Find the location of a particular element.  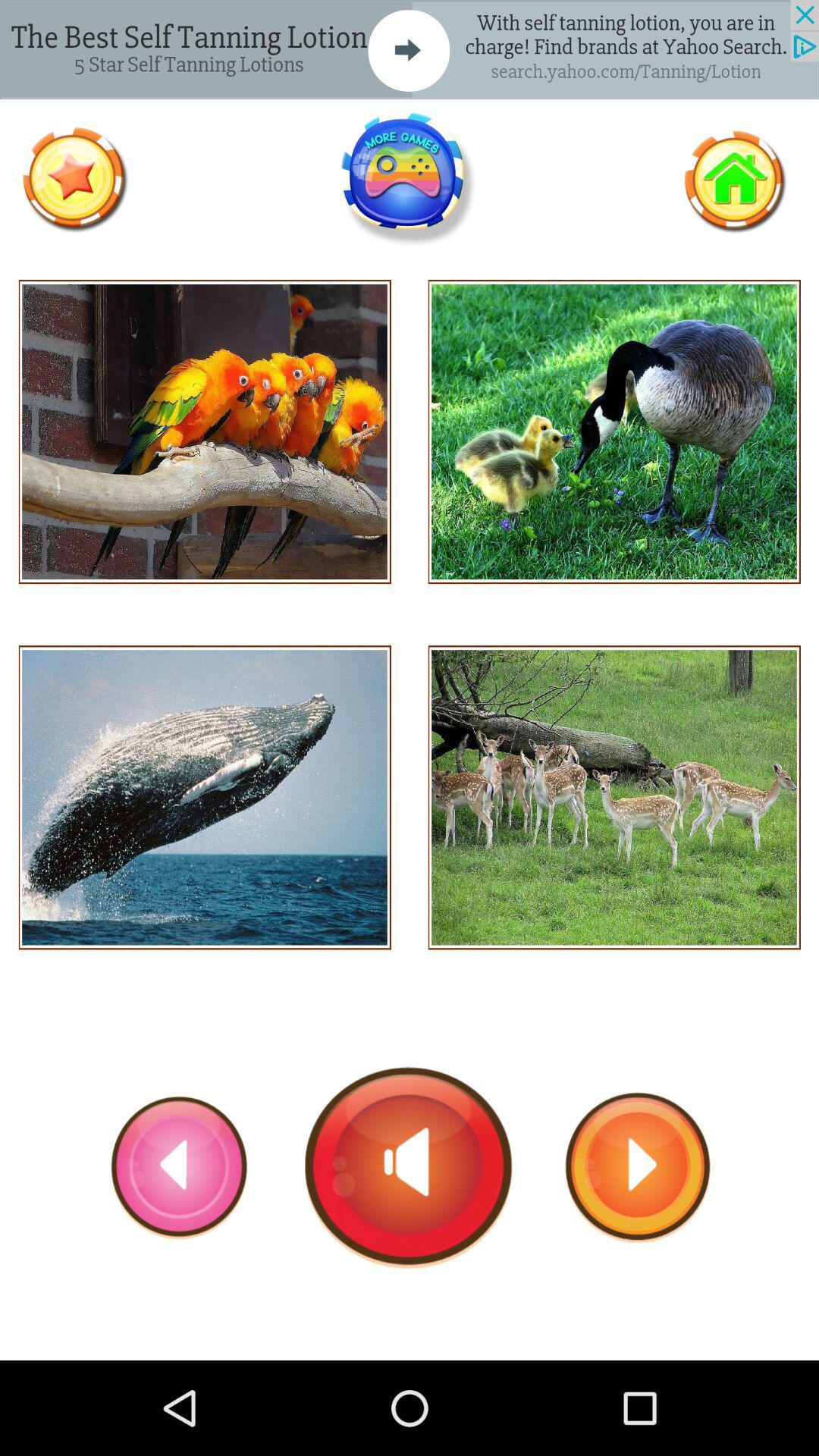

hear sound of that animal is located at coordinates (205, 431).